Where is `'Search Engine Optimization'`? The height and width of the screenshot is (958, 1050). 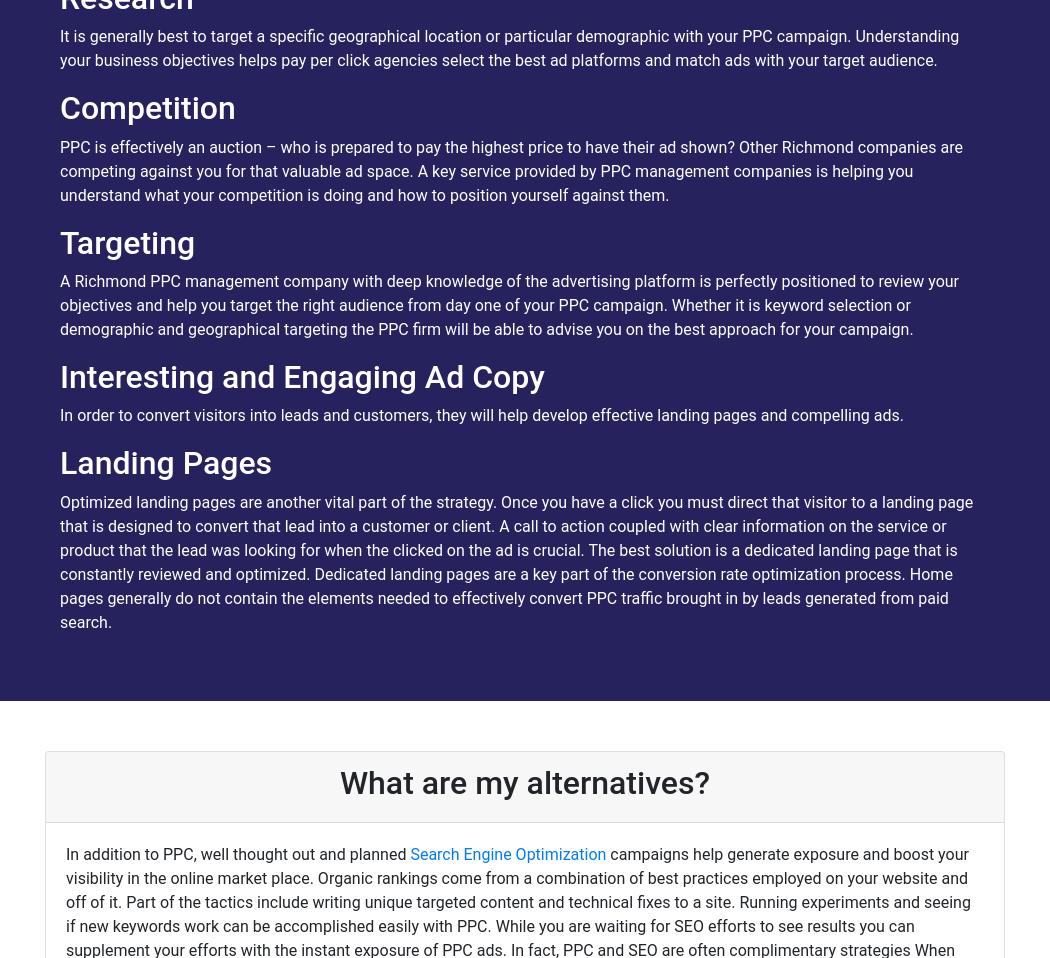 'Search Engine Optimization' is located at coordinates (506, 853).